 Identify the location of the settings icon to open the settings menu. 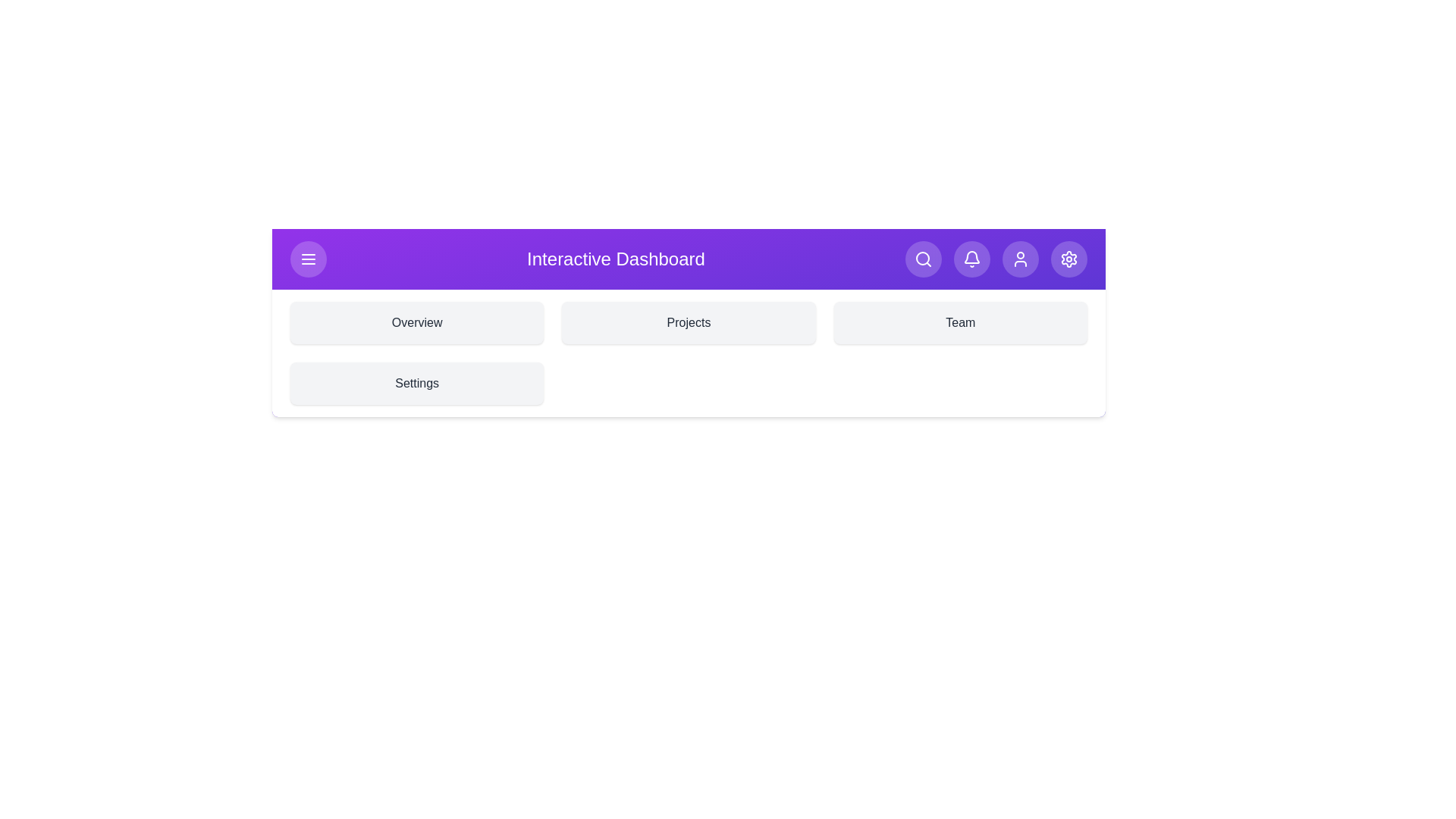
(1068, 259).